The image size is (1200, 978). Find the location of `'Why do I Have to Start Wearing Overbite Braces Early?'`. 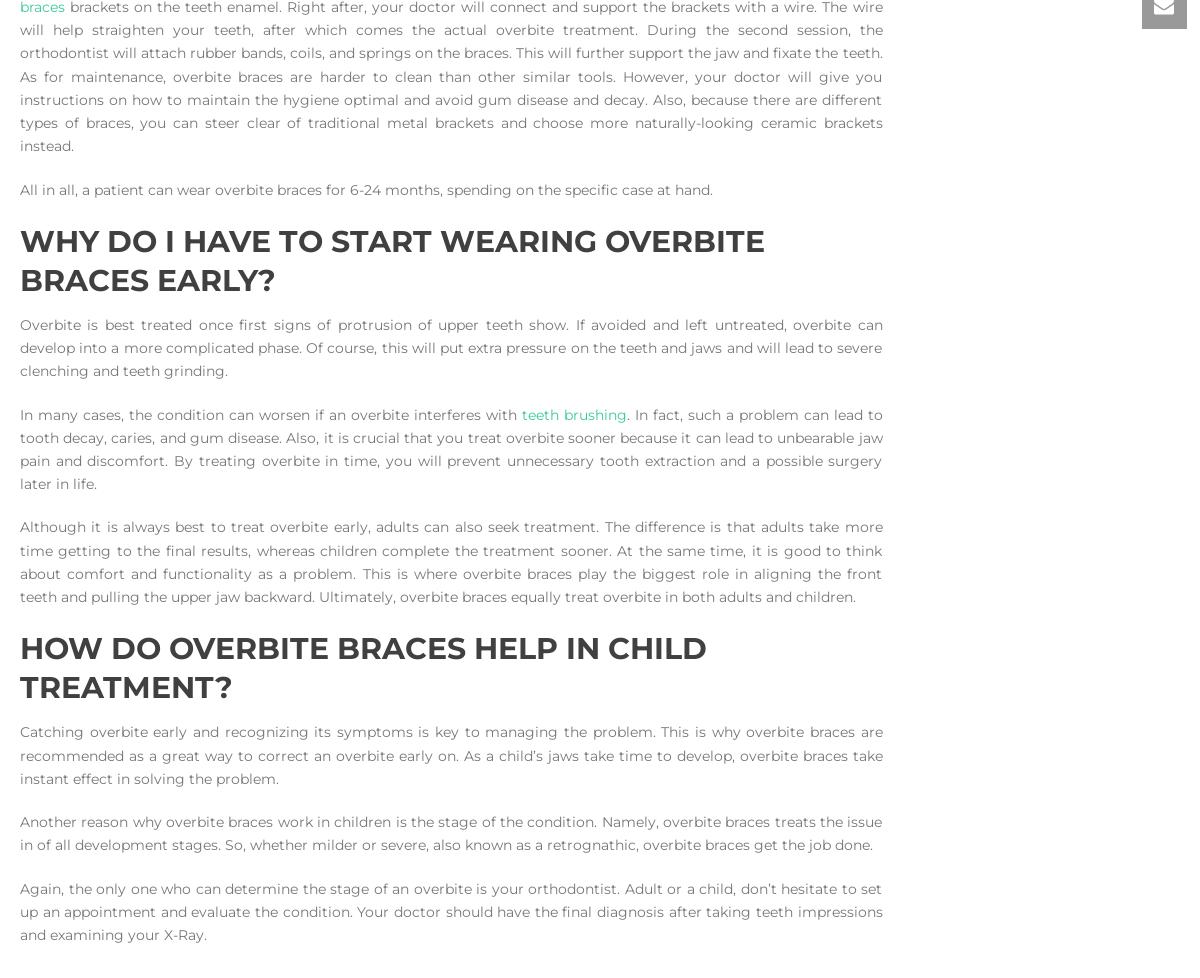

'Why do I Have to Start Wearing Overbite Braces Early?' is located at coordinates (392, 258).